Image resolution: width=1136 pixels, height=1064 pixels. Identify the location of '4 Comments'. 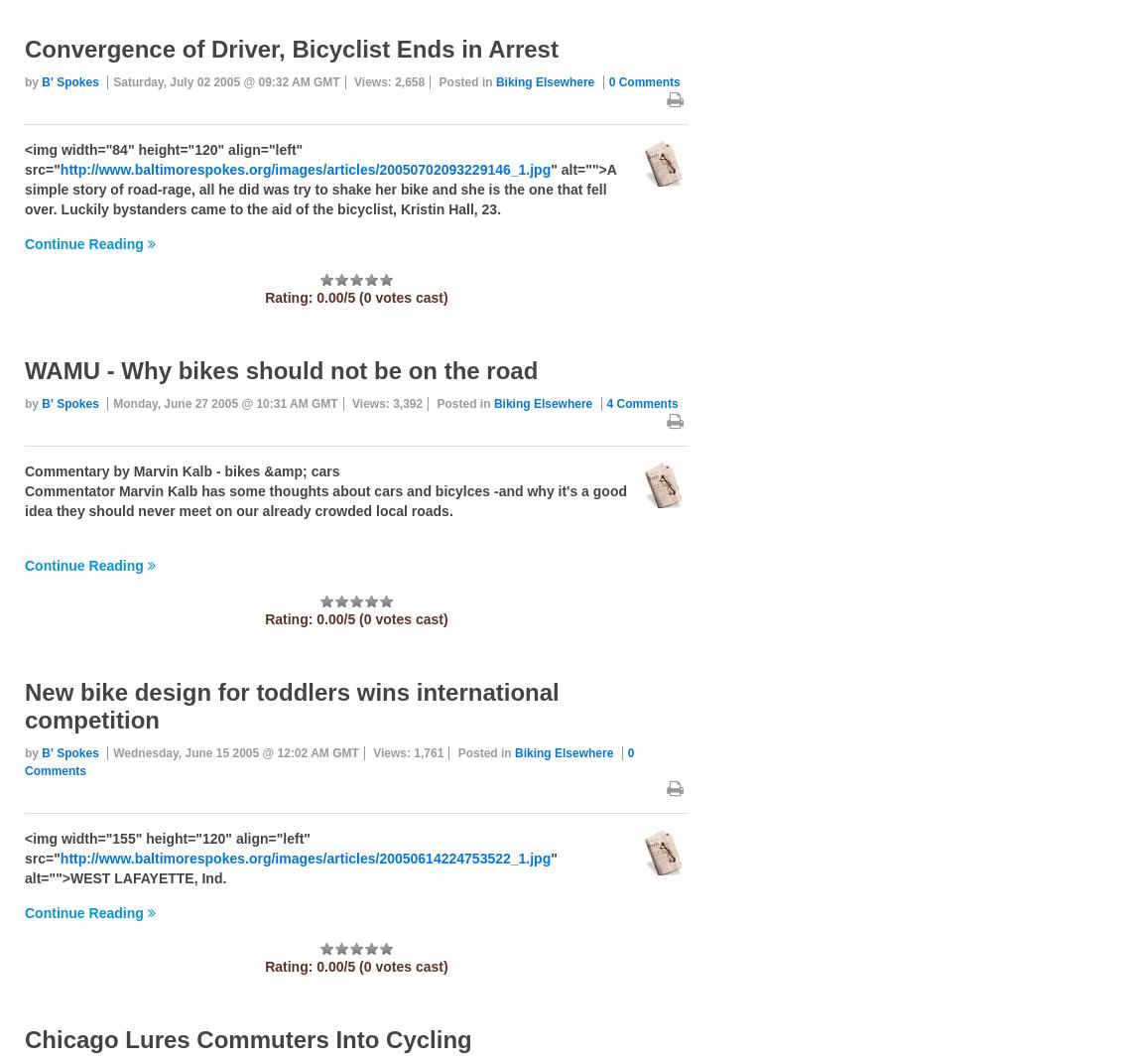
(641, 403).